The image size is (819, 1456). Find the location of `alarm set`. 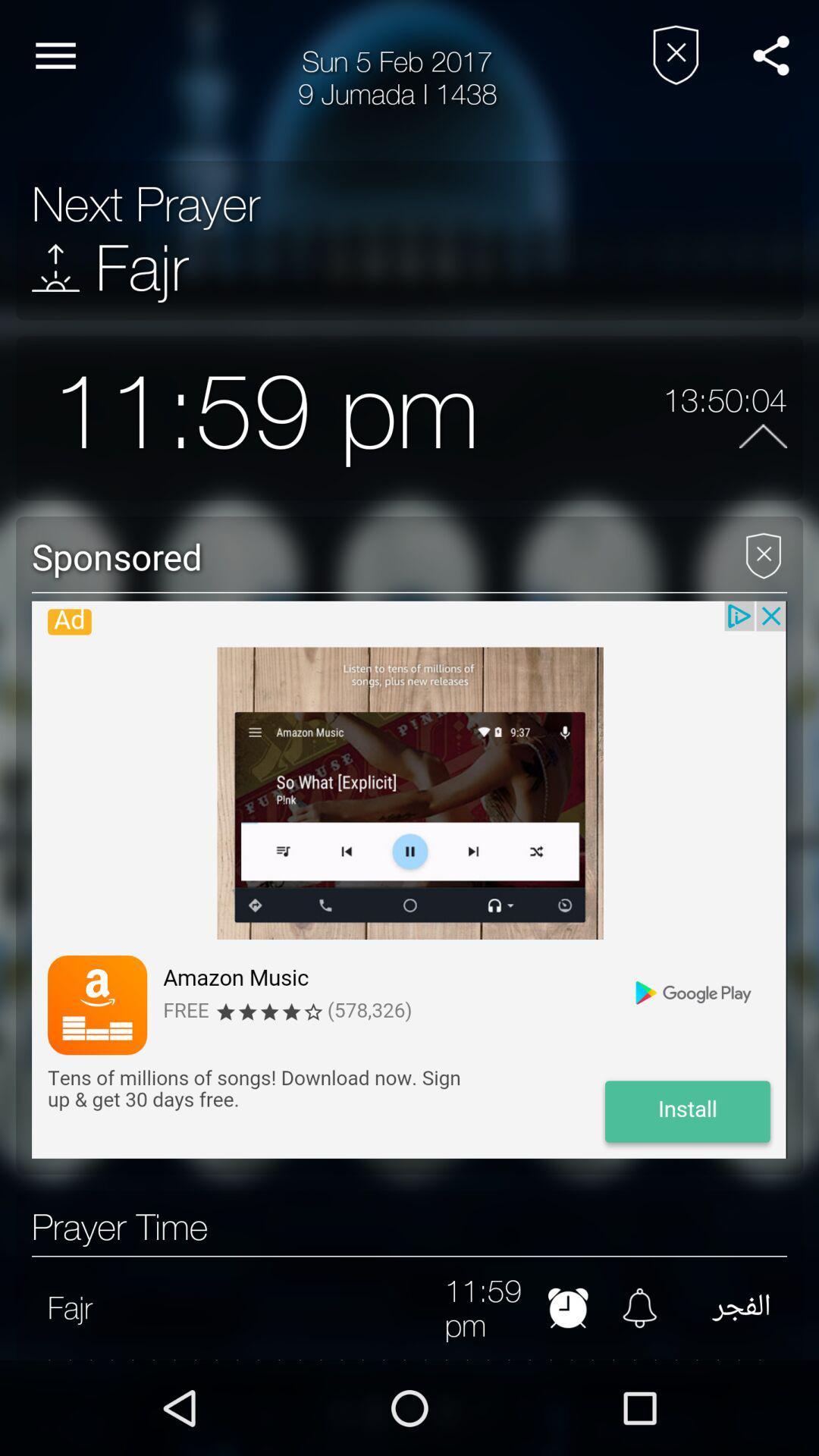

alarm set is located at coordinates (568, 1307).